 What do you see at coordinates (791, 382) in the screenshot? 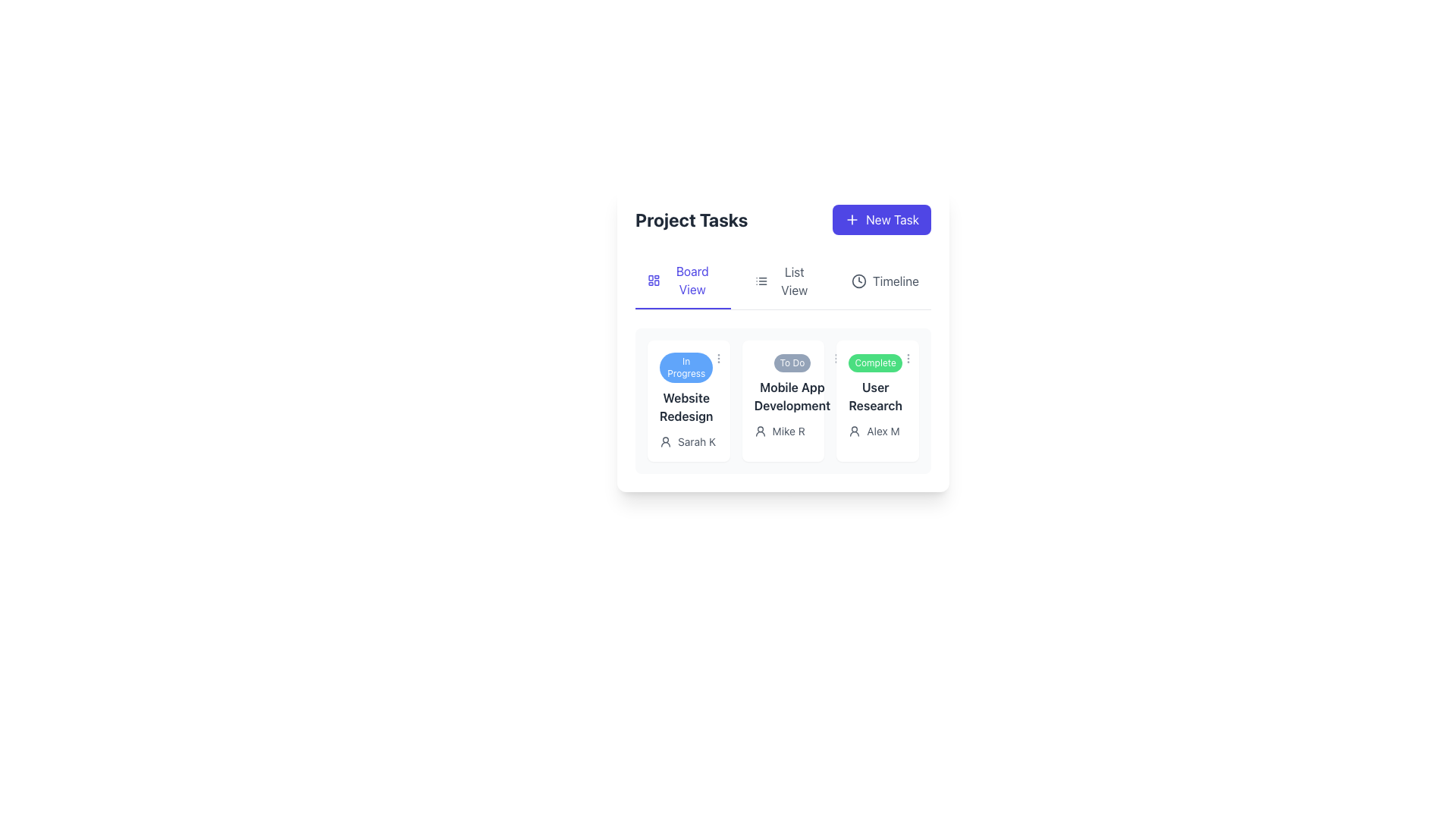
I see `the Task card labeled 'Mobile App Development' with the badge 'To Do'` at bounding box center [791, 382].